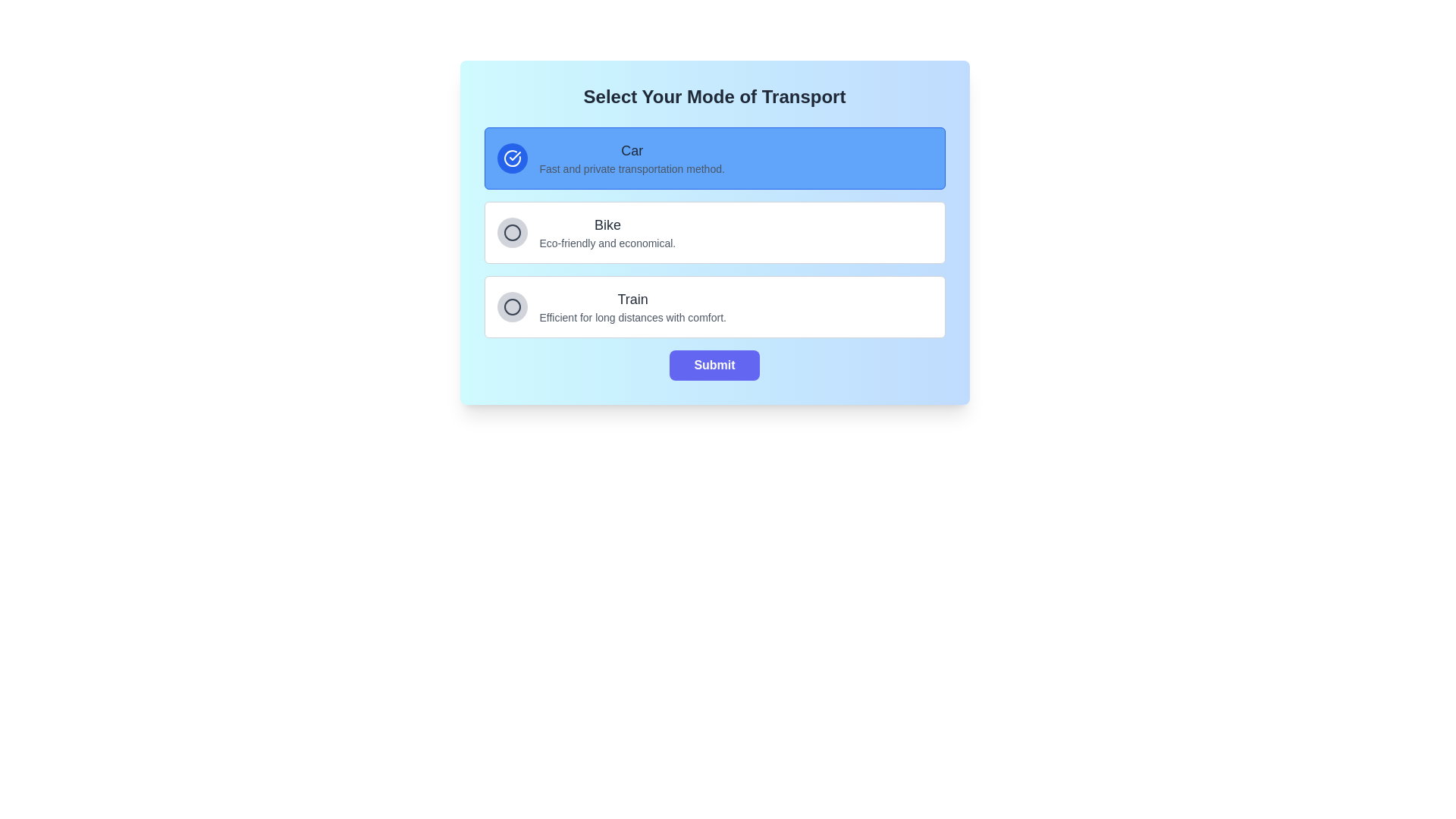 This screenshot has width=1456, height=819. I want to click on the center of the unselected Radio Button Circle adjacent to the 'Bike' label, so click(512, 233).